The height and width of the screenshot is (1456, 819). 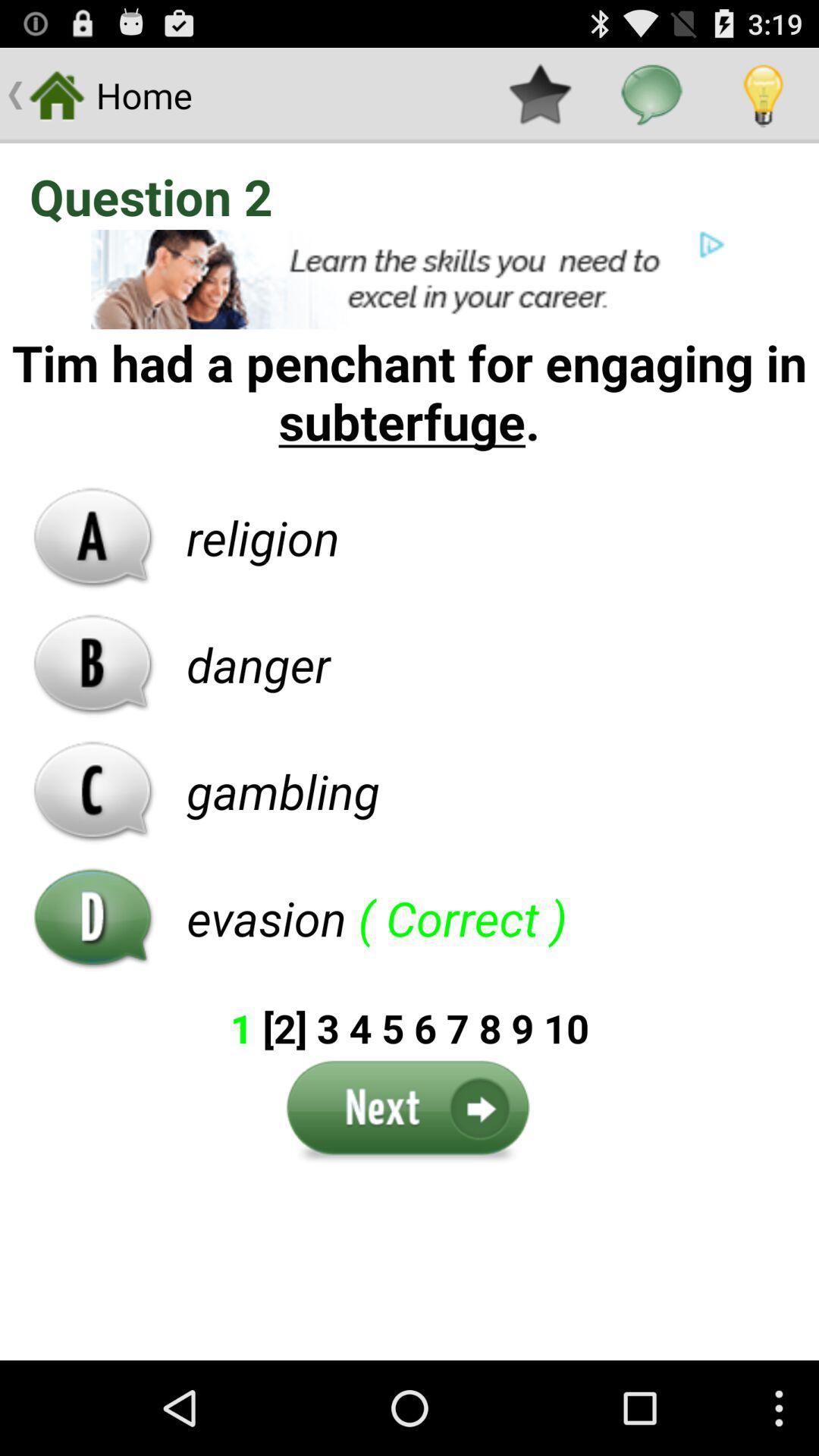 What do you see at coordinates (539, 94) in the screenshot?
I see `item above question 2` at bounding box center [539, 94].